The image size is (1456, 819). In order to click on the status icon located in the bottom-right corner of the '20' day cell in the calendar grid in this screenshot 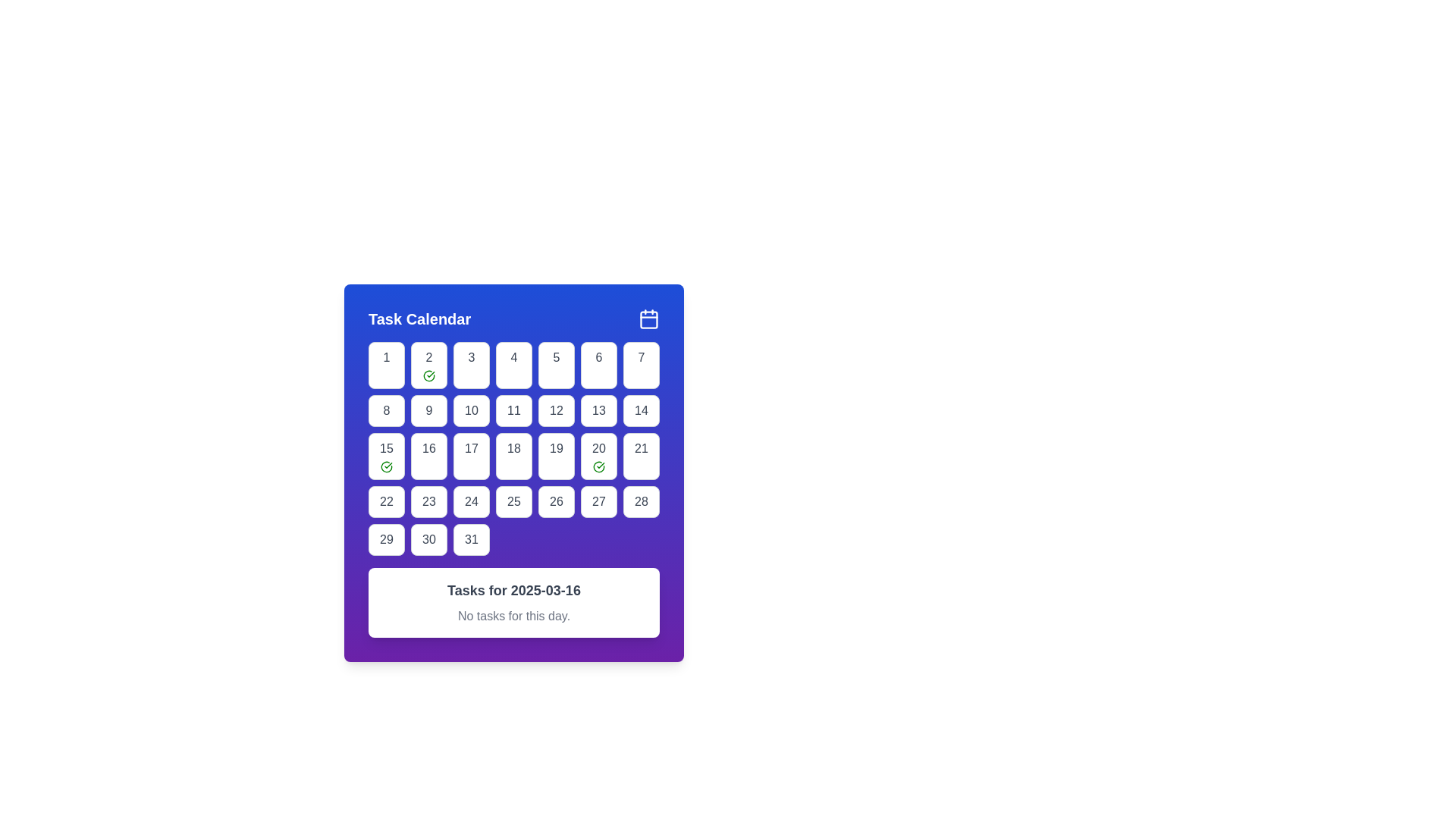, I will do `click(598, 466)`.